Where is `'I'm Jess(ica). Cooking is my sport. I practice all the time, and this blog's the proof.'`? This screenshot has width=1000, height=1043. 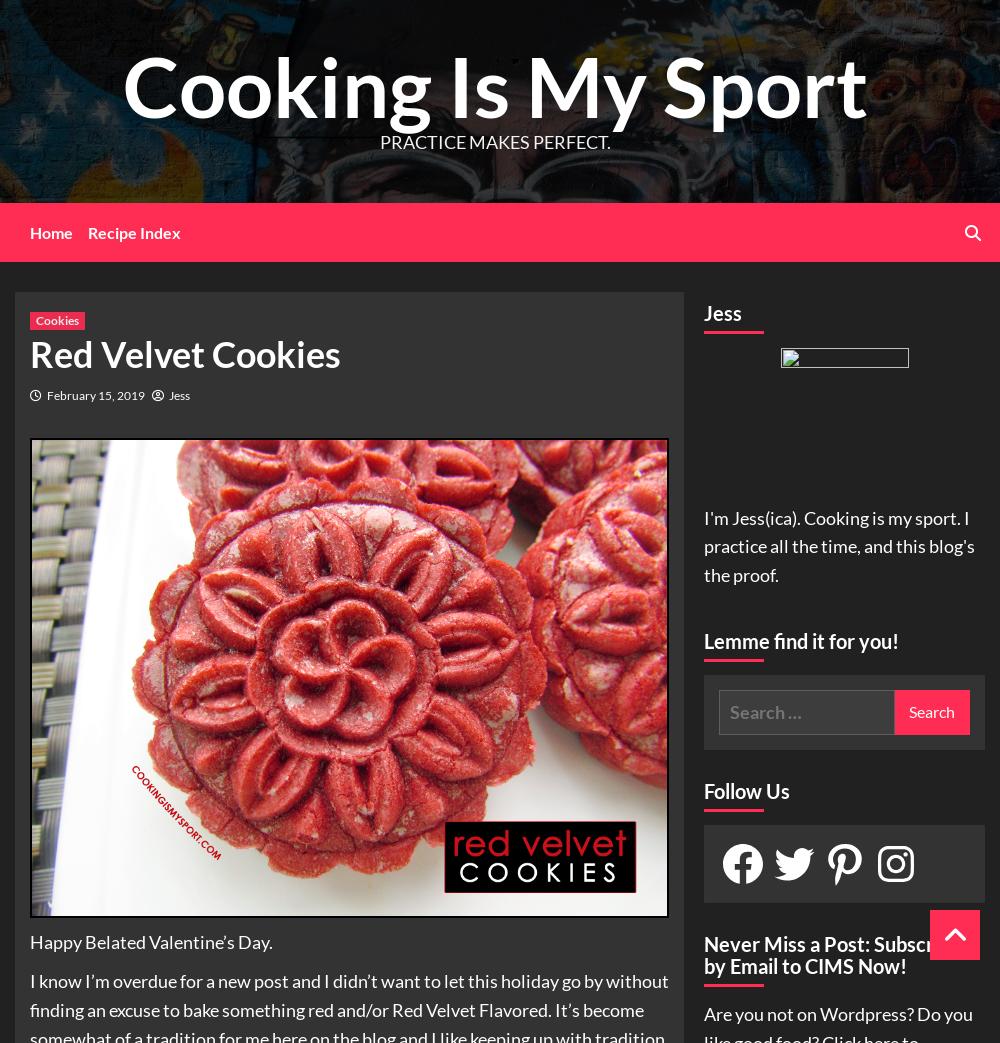
'I'm Jess(ica). Cooking is my sport. I practice all the time, and this blog's the proof.' is located at coordinates (703, 546).